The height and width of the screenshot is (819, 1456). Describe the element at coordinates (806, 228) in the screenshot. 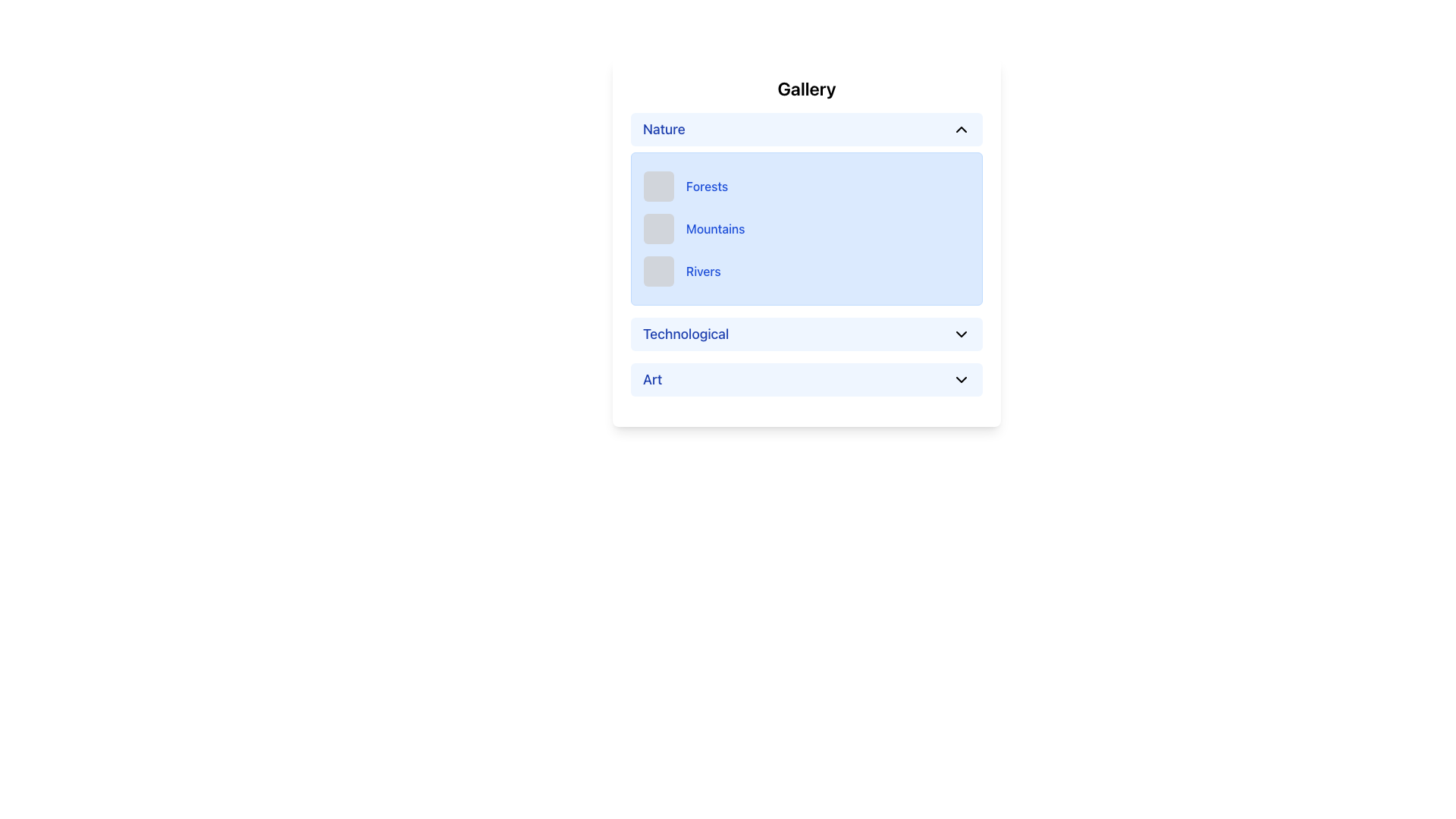

I see `the list of options or categories located centrally in the 'Nature' section, which is displayed on a light blue background` at that location.